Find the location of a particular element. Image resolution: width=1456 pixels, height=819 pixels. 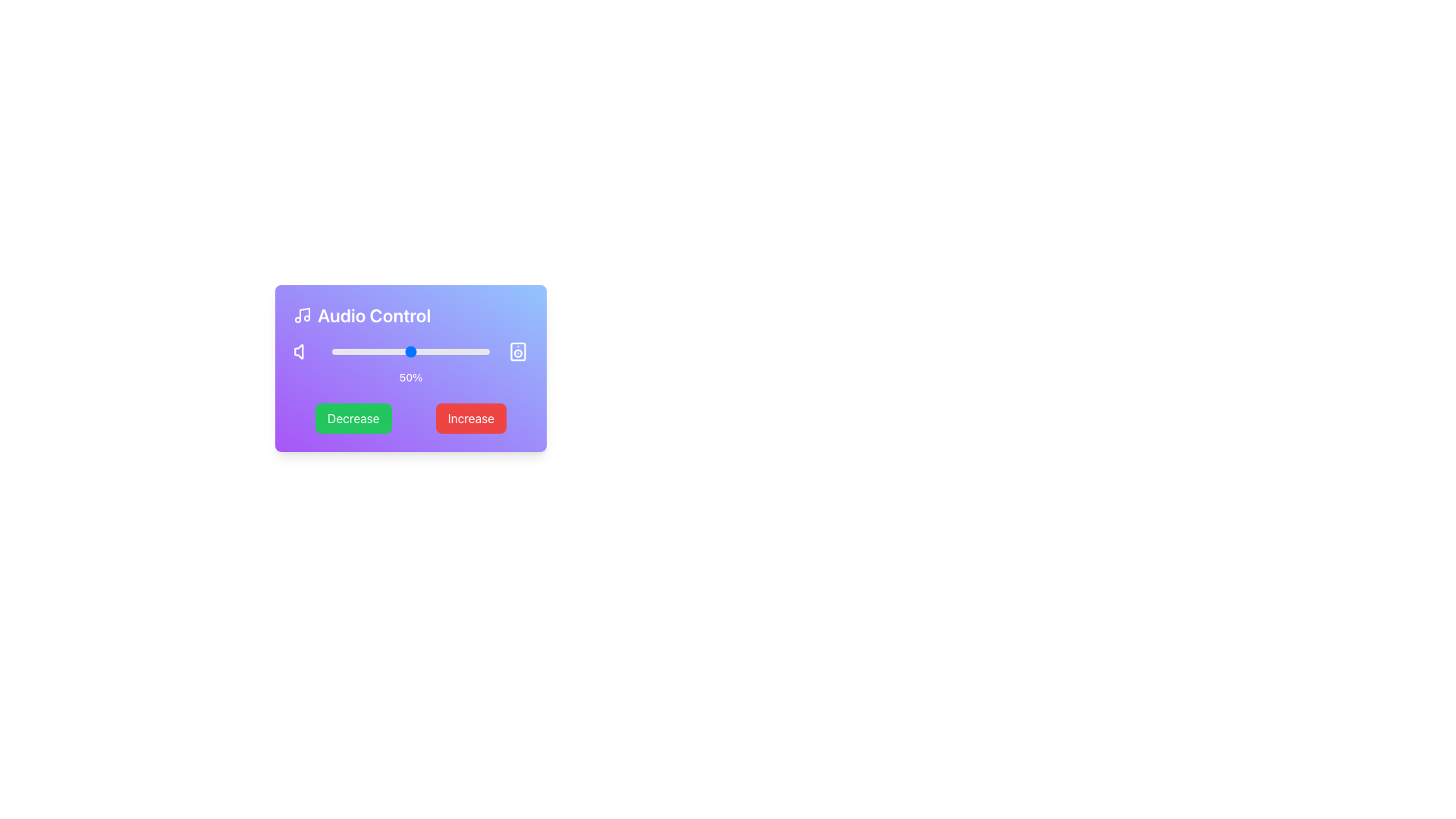

the slider is located at coordinates (352, 351).